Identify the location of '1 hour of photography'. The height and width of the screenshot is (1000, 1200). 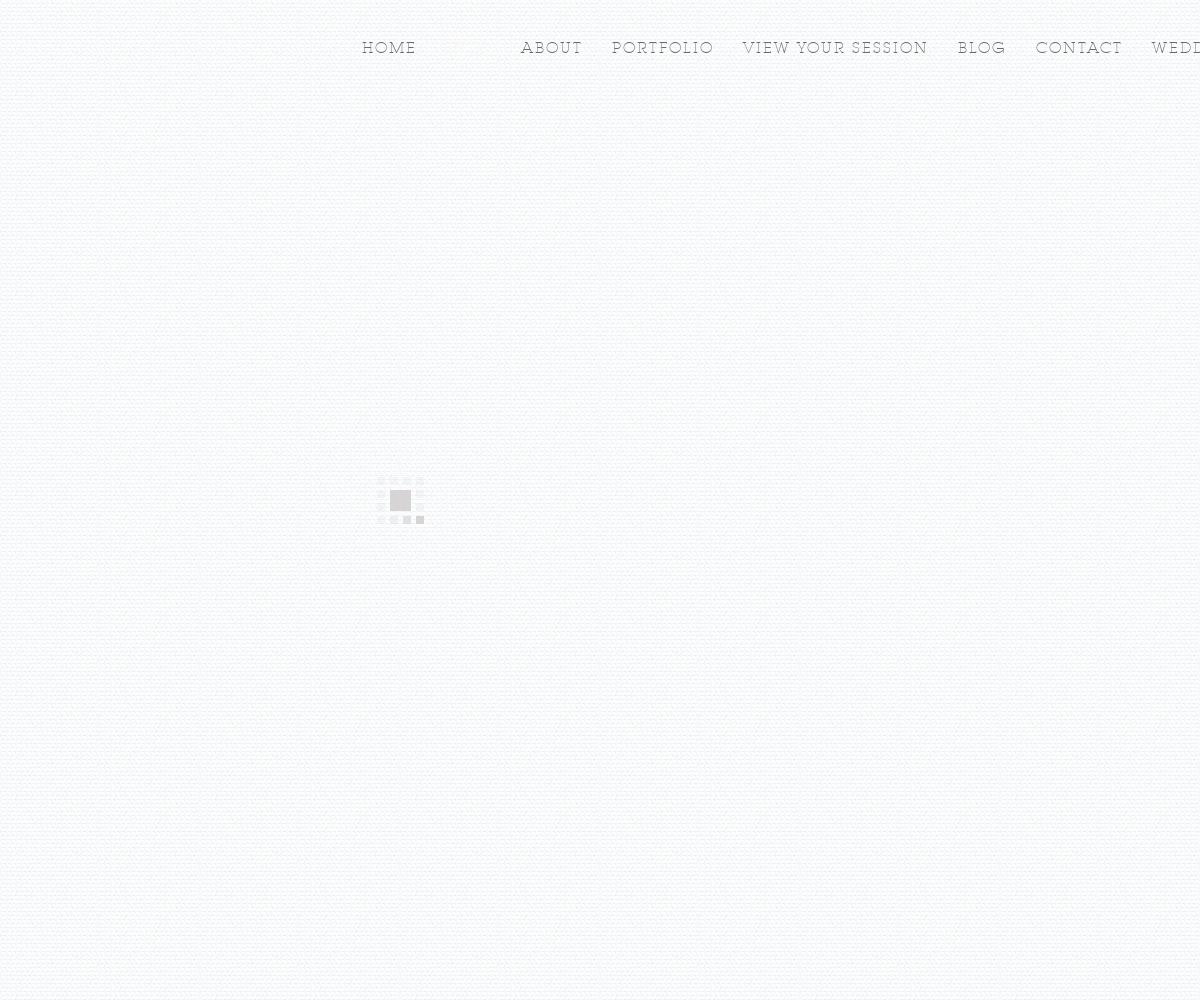
(512, 519).